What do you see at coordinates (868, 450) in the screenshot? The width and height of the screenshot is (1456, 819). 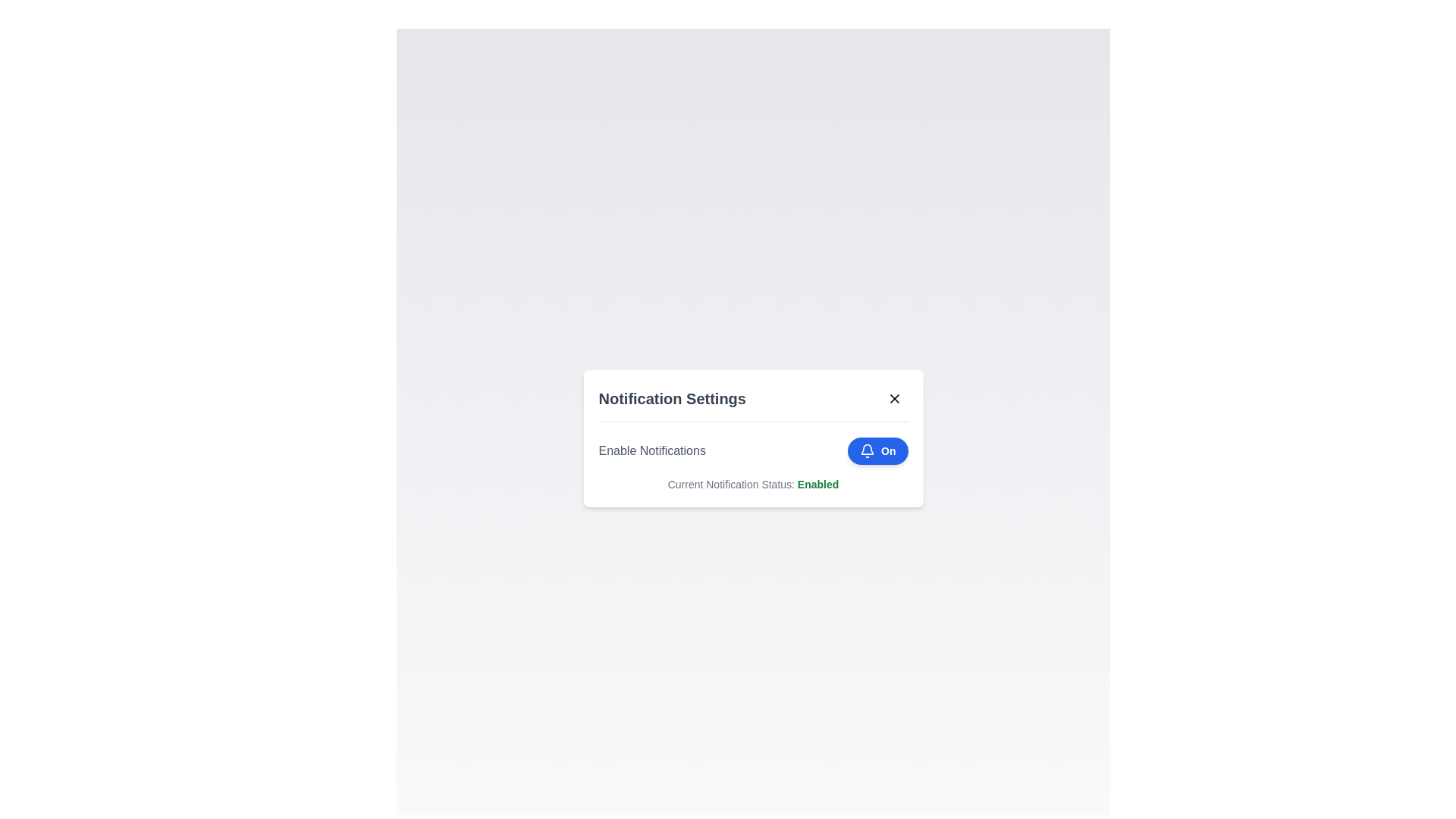 I see `the notification icon within the blue circular button labeled 'On', which is part of the 'Enable Notifications' toggle` at bounding box center [868, 450].